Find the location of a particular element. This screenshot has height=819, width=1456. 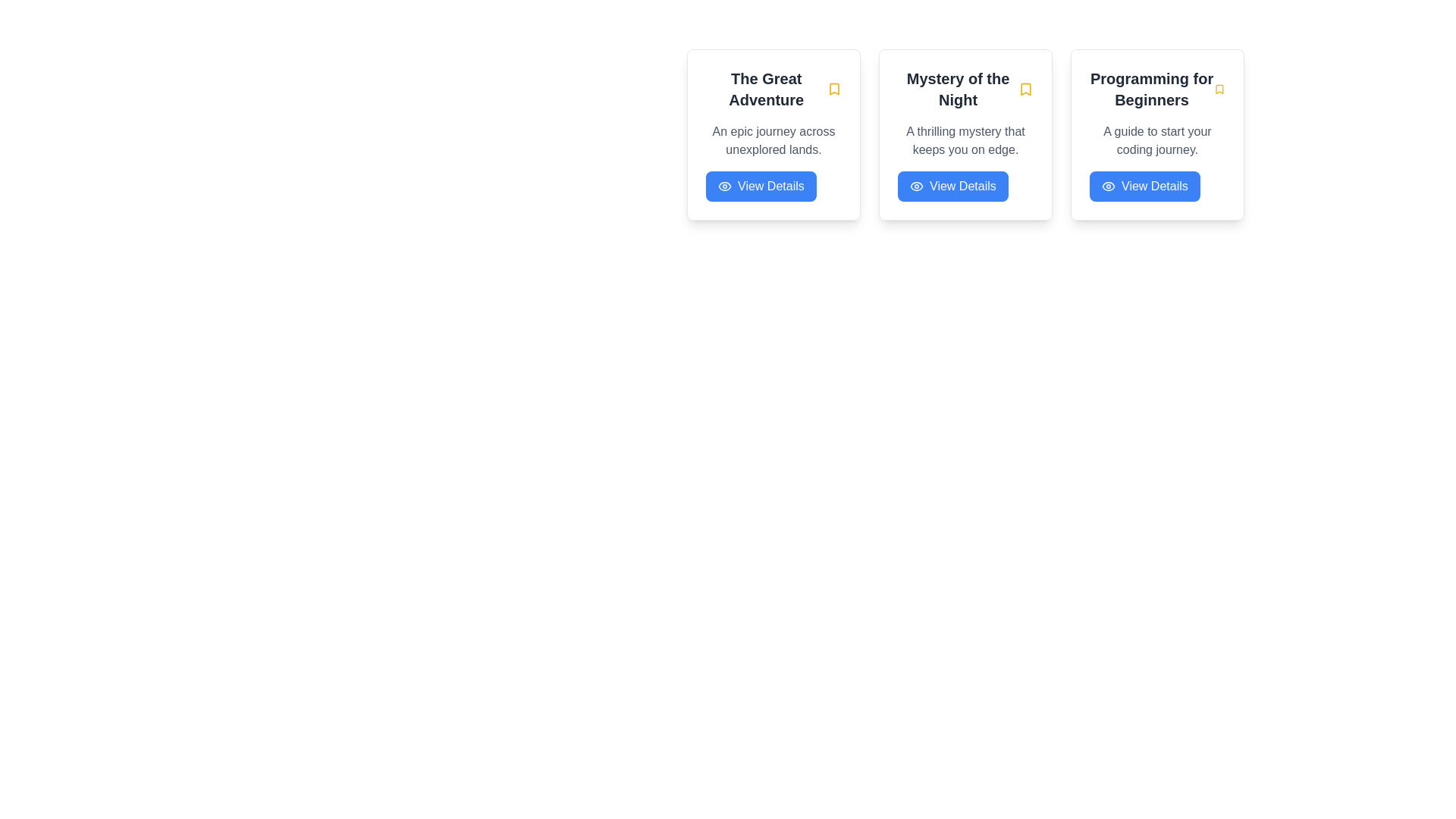

the bookmark icon is located at coordinates (1026, 89).